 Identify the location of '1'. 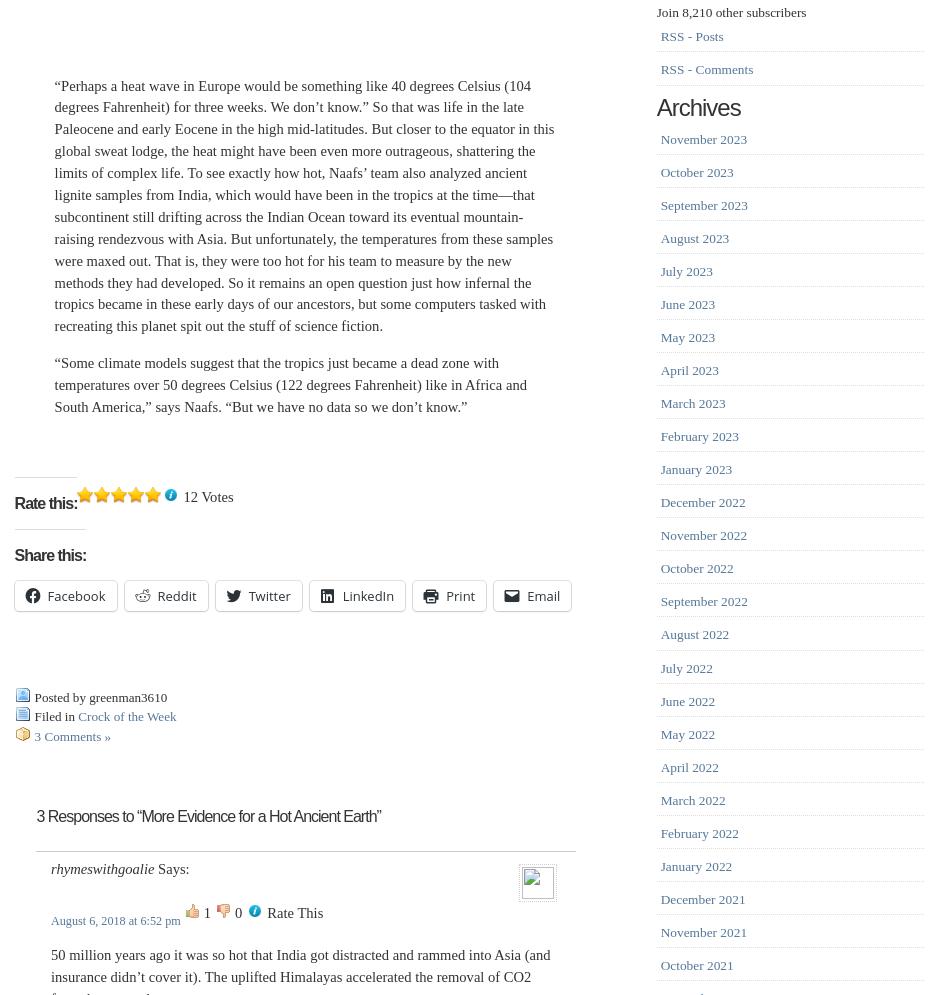
(201, 912).